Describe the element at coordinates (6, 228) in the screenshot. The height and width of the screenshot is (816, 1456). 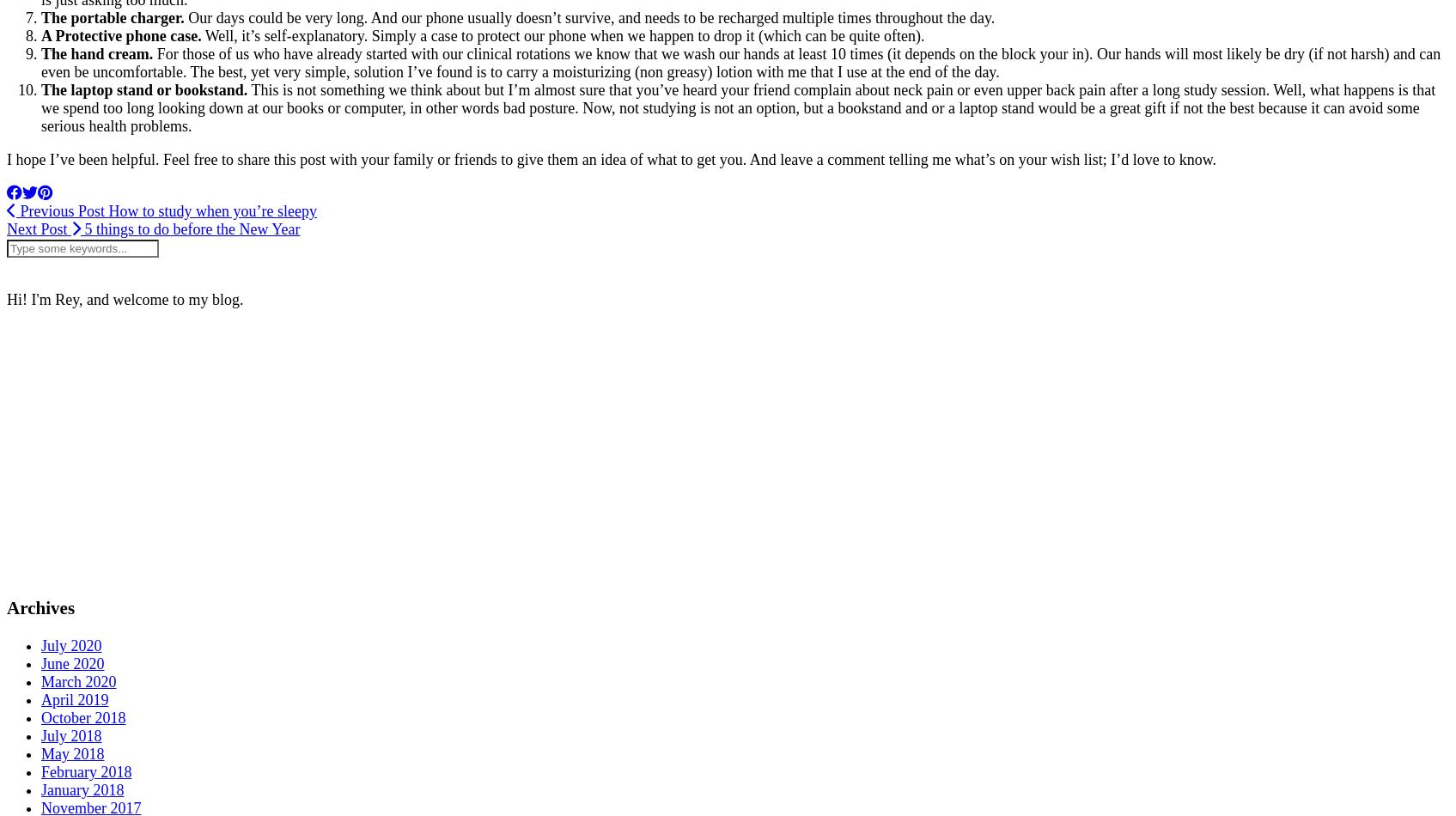
I see `'Next Post'` at that location.